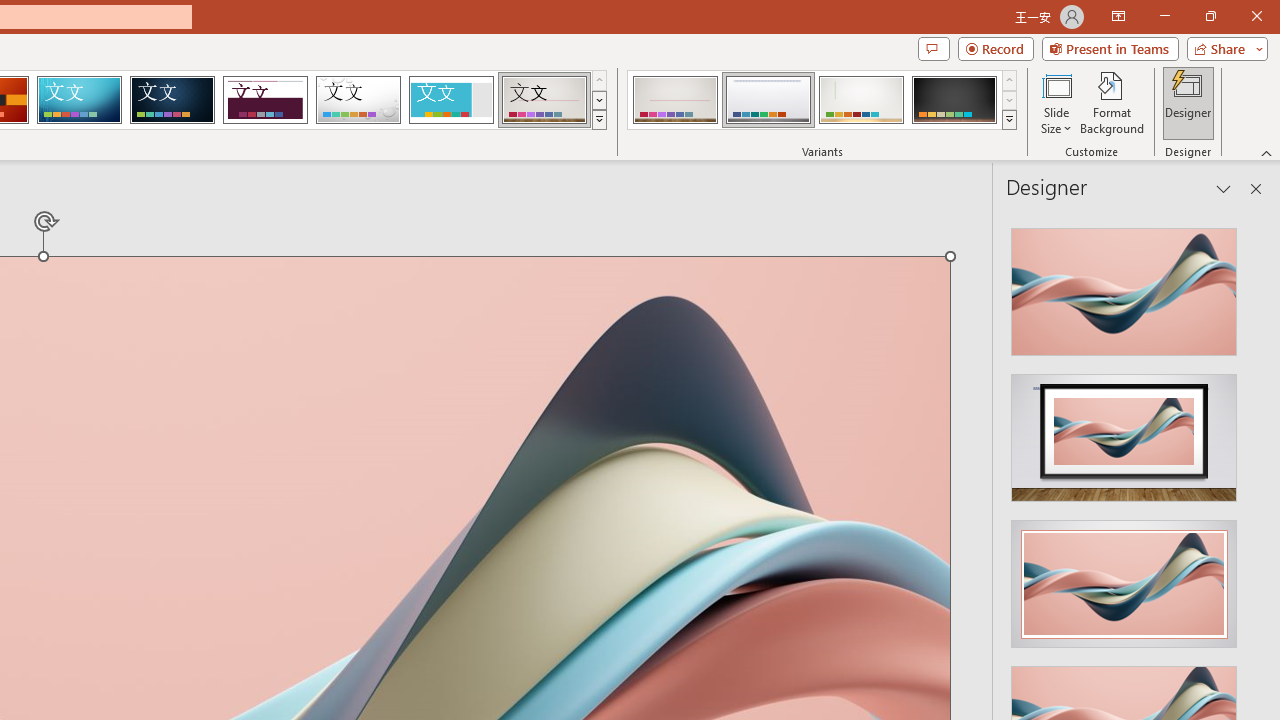 The width and height of the screenshot is (1280, 720). What do you see at coordinates (1009, 120) in the screenshot?
I see `'Variants'` at bounding box center [1009, 120].